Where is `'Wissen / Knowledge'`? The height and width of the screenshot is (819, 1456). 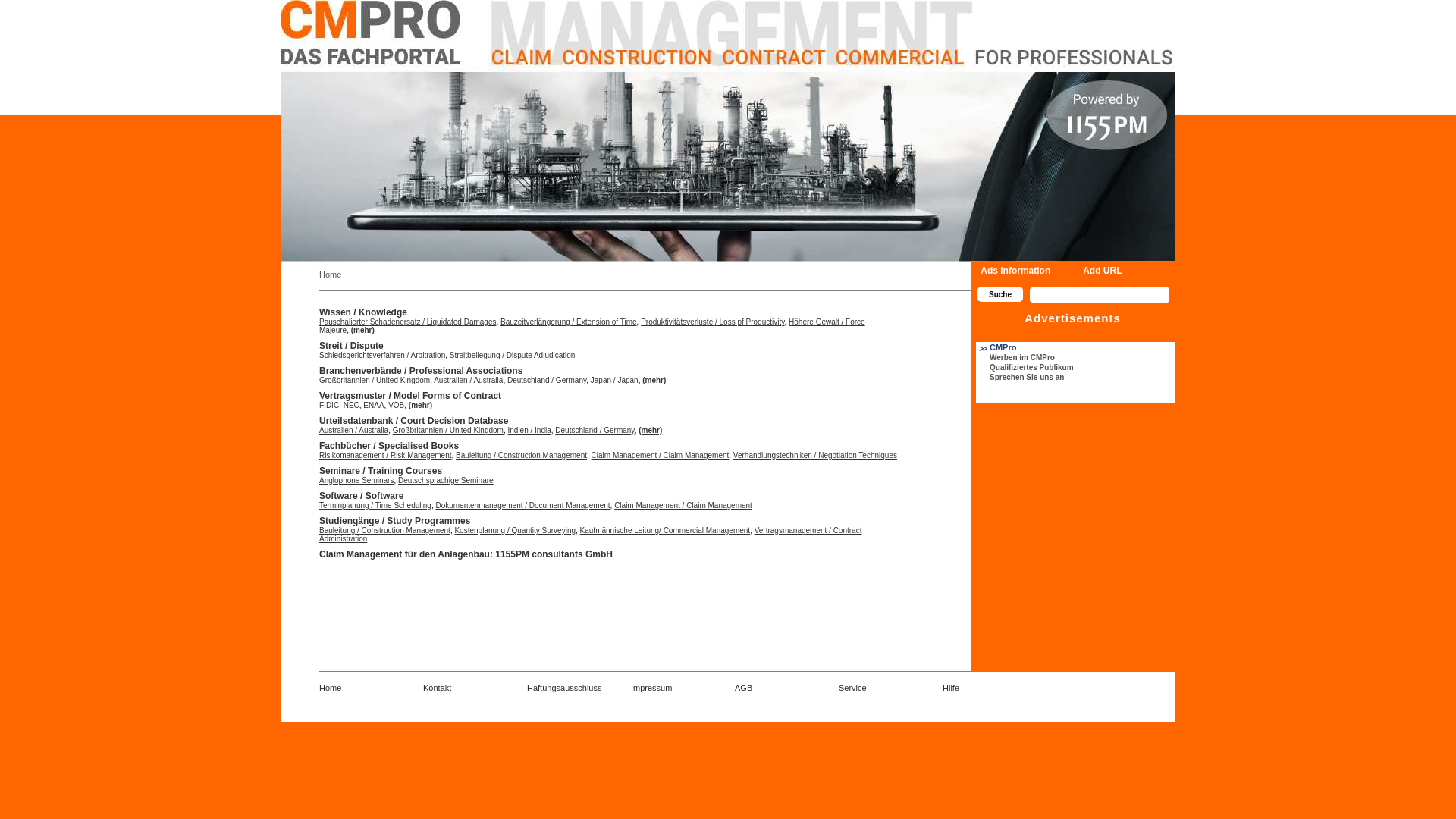
'Wissen / Knowledge' is located at coordinates (362, 312).